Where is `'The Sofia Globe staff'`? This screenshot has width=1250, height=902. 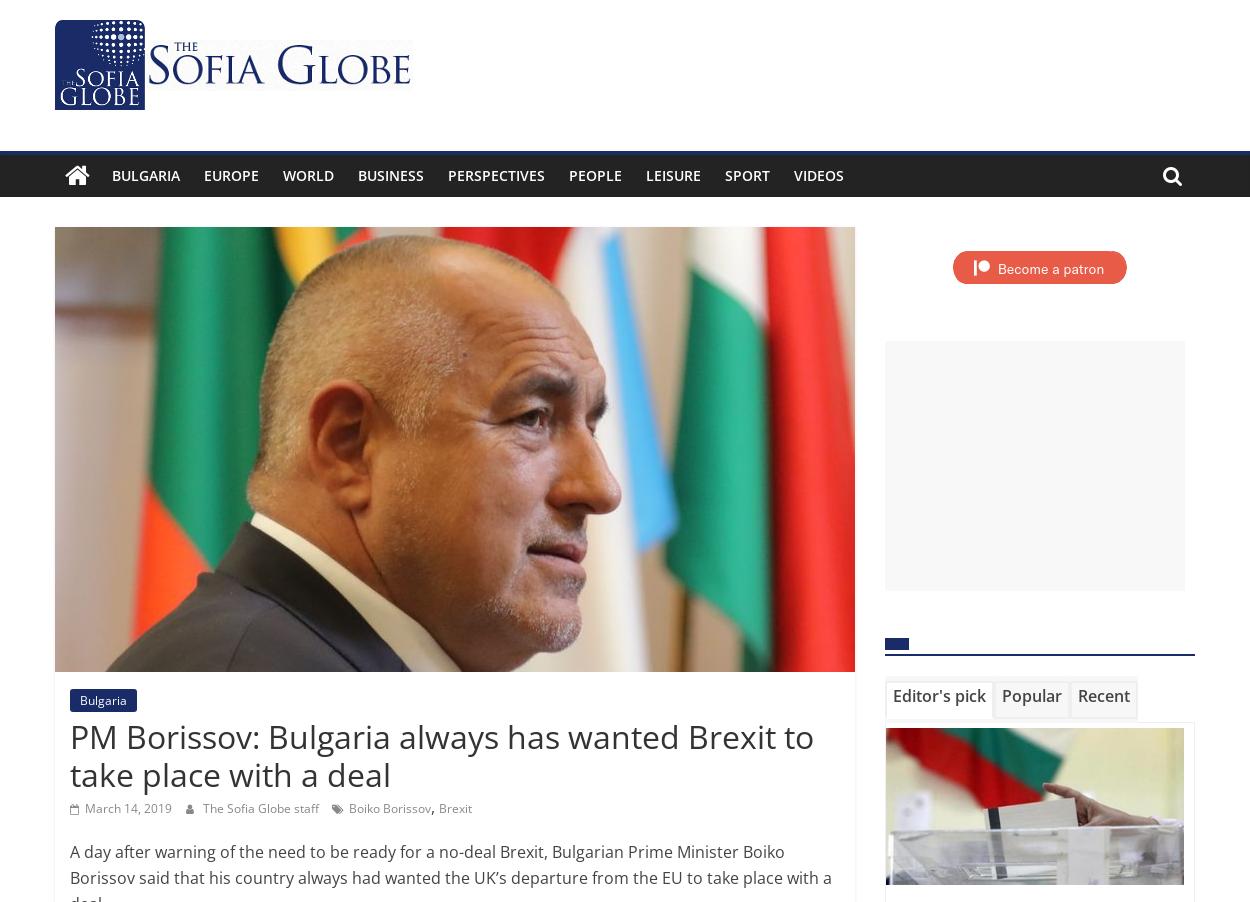
'The Sofia Globe staff' is located at coordinates (262, 806).